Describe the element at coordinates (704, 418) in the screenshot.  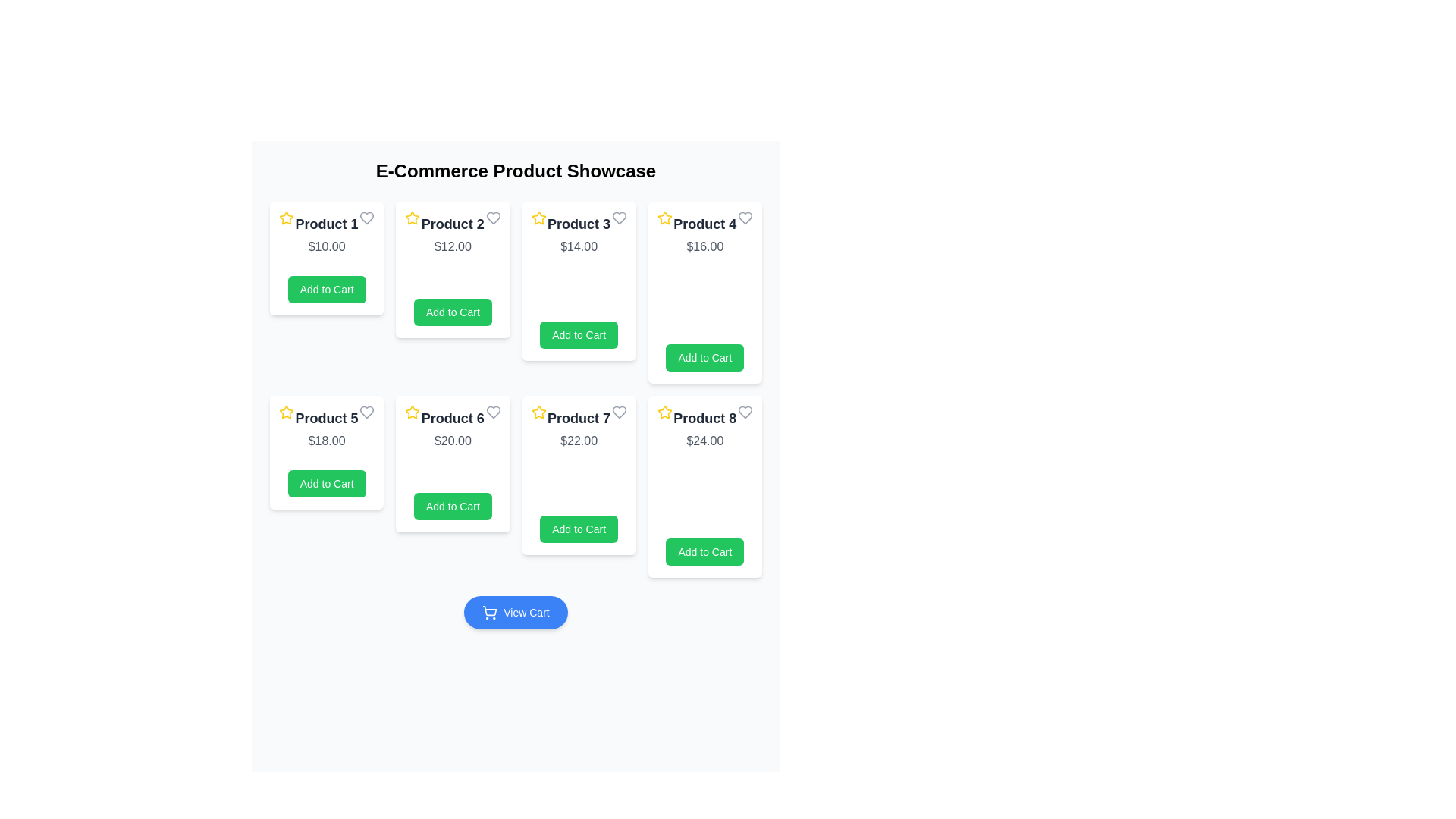
I see `the text label that identifies 'Product 8' in the product card located in the bottom-right corner of the product grid` at that location.